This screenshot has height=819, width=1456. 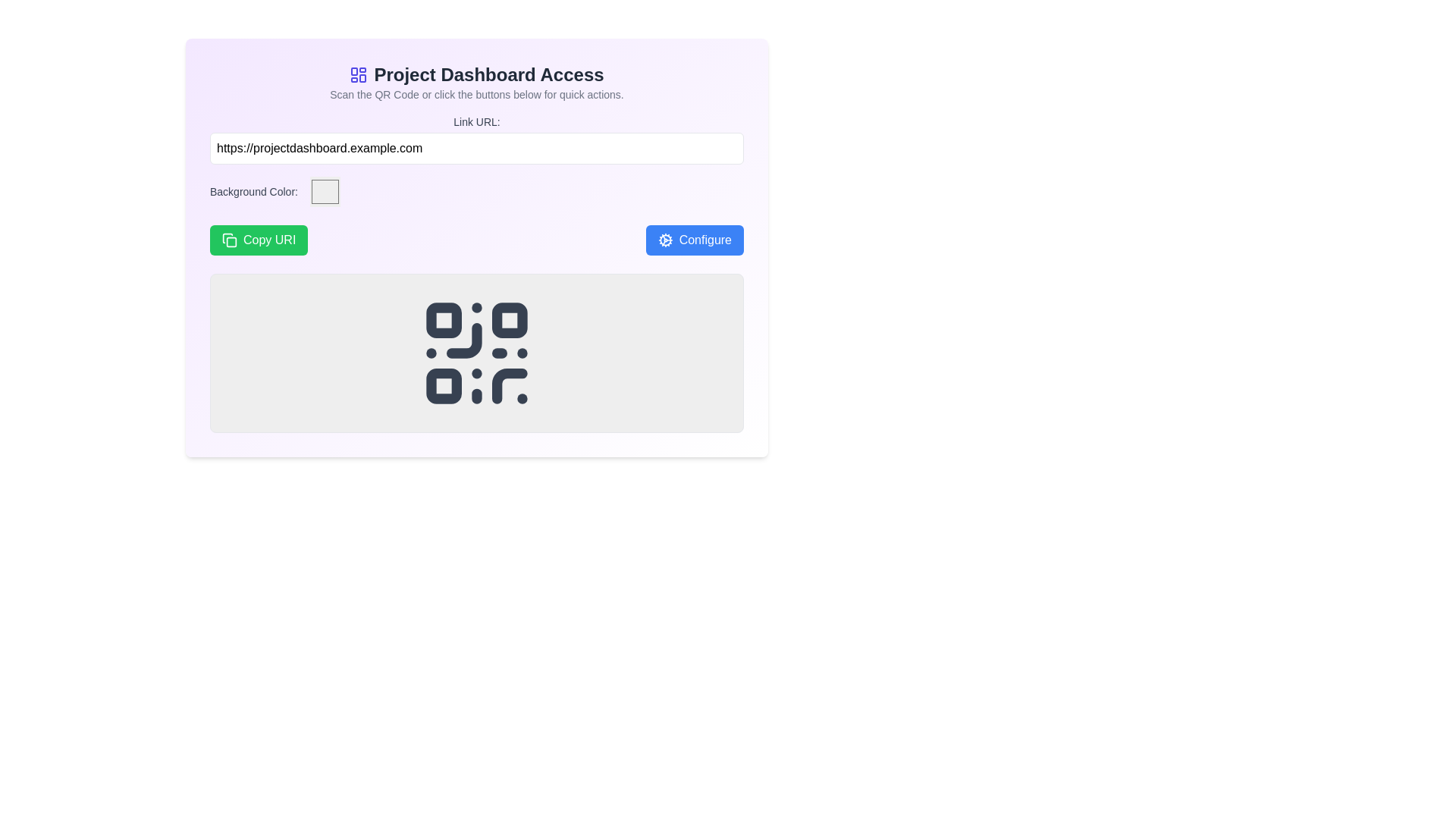 I want to click on the third square graphical component in the bottom-left quadrant of the QR code, which is part of the QR code pattern contributing to its functionality, so click(x=443, y=385).